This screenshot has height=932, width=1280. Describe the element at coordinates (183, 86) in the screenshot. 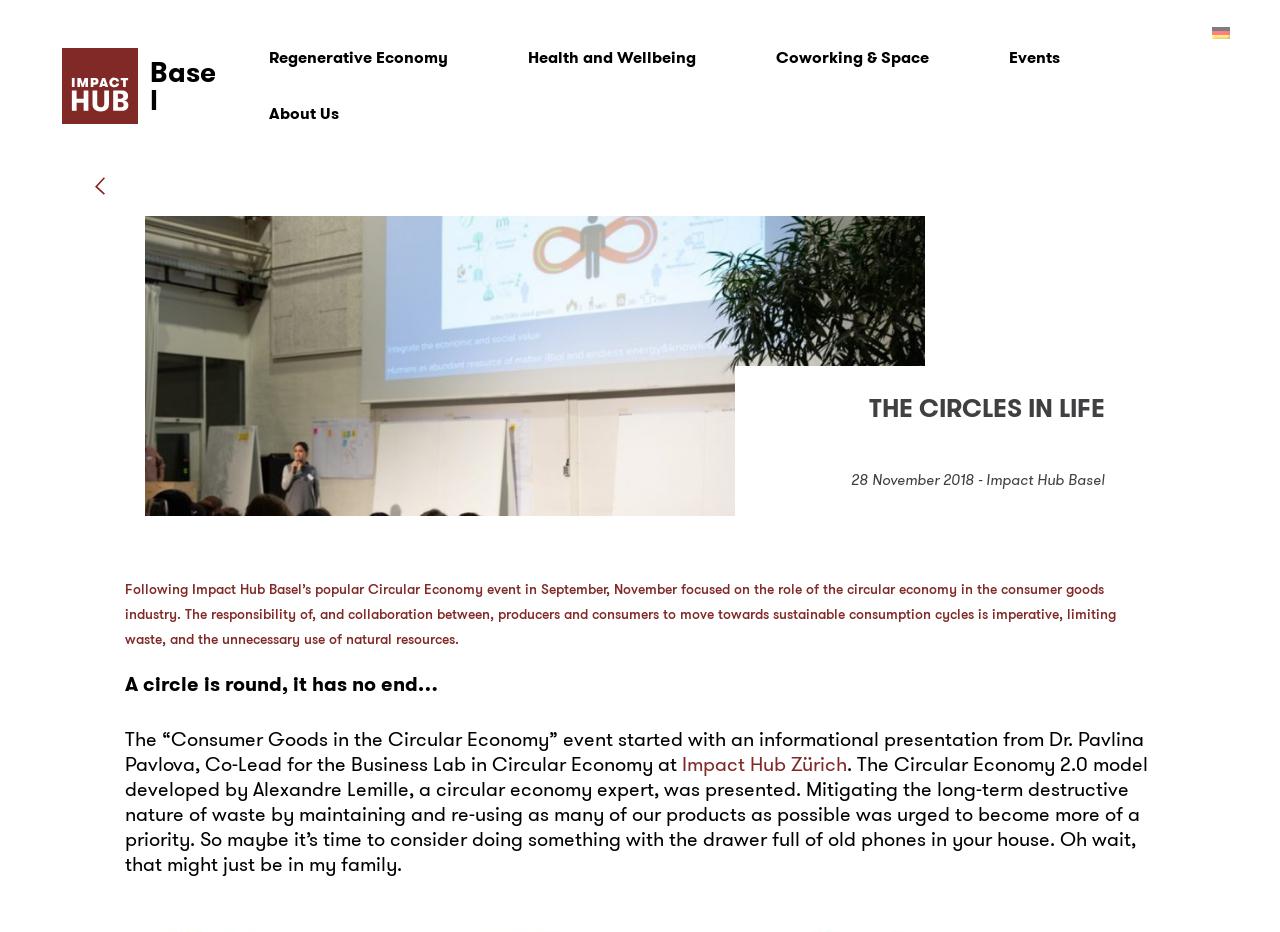

I see `'Basel'` at that location.